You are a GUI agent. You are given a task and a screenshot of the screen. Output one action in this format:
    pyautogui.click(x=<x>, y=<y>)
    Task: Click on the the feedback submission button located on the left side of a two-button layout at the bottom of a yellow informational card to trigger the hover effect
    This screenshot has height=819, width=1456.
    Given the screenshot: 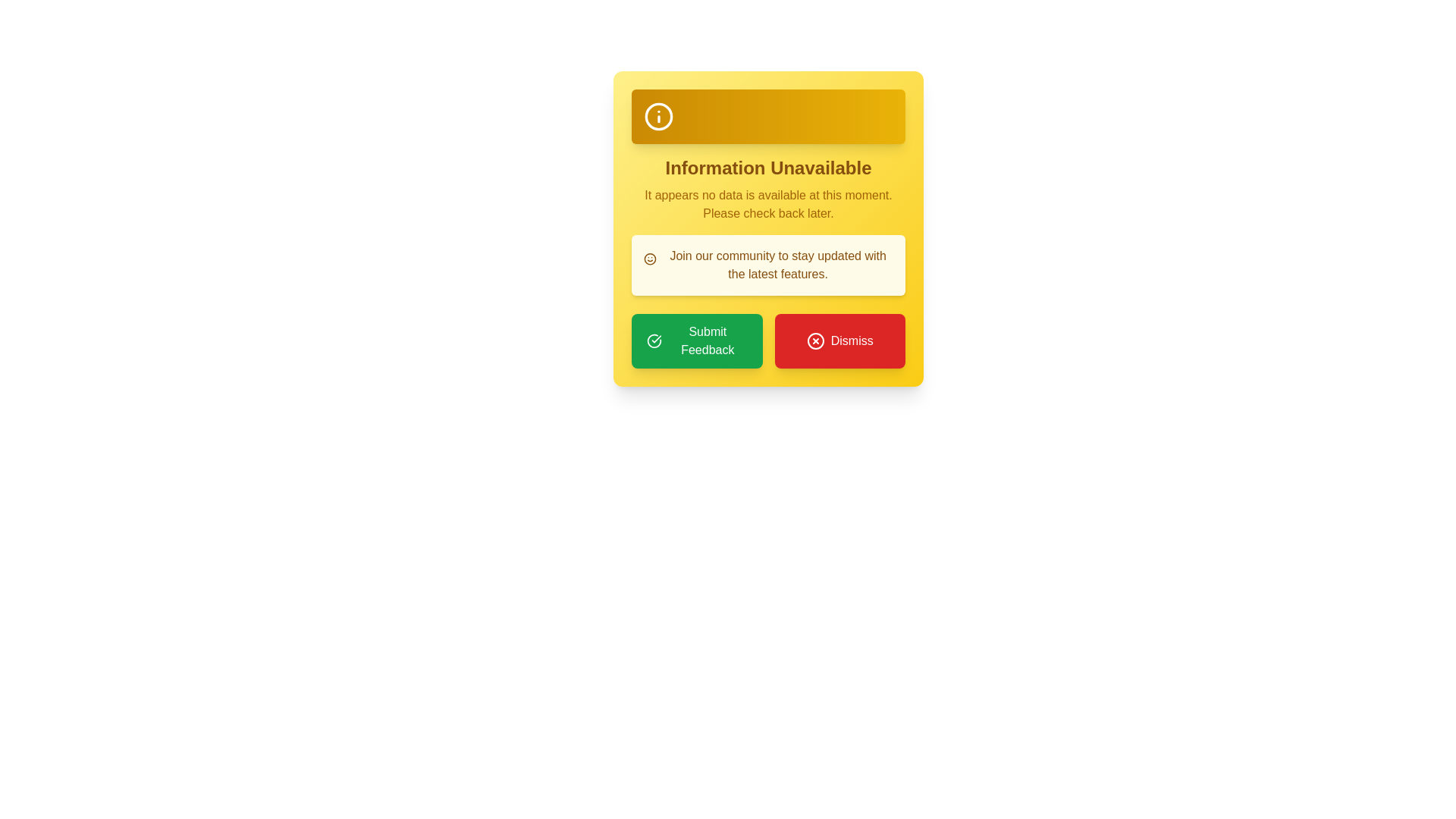 What is the action you would take?
    pyautogui.click(x=696, y=341)
    